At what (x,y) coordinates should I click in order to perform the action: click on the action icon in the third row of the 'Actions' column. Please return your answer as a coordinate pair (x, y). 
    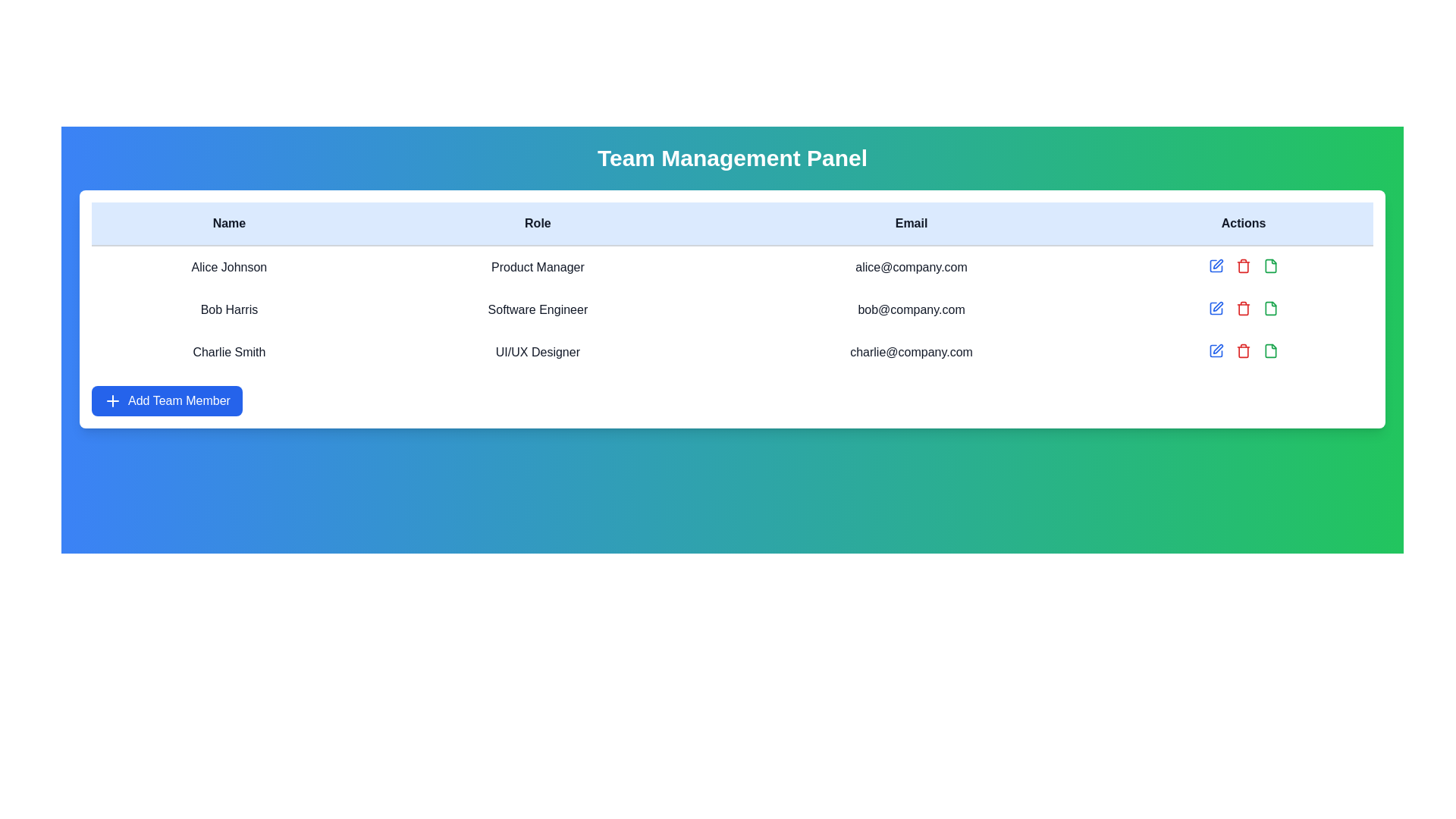
    Looking at the image, I should click on (1270, 308).